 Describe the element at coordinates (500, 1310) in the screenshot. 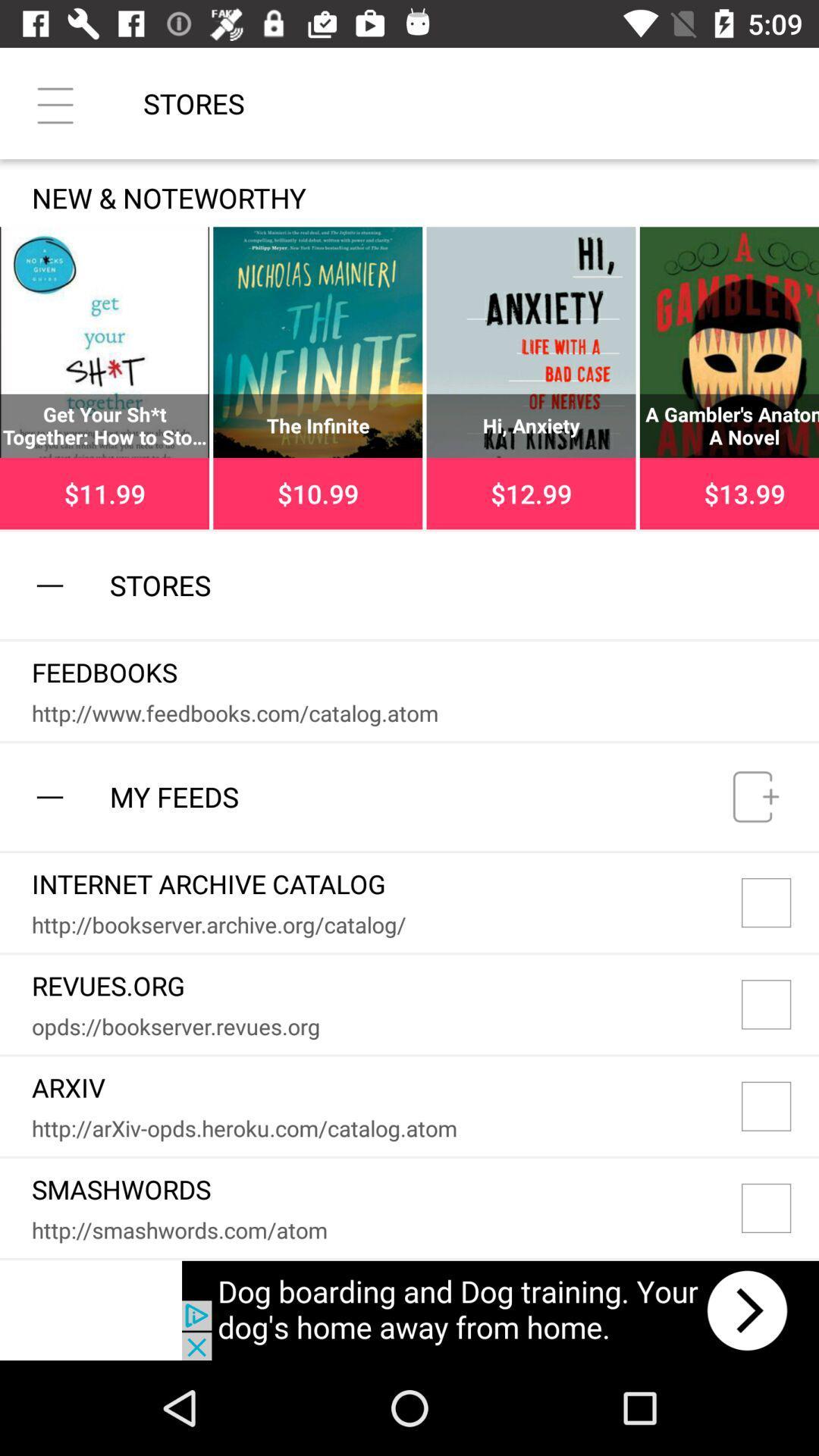

I see `advertisement` at that location.